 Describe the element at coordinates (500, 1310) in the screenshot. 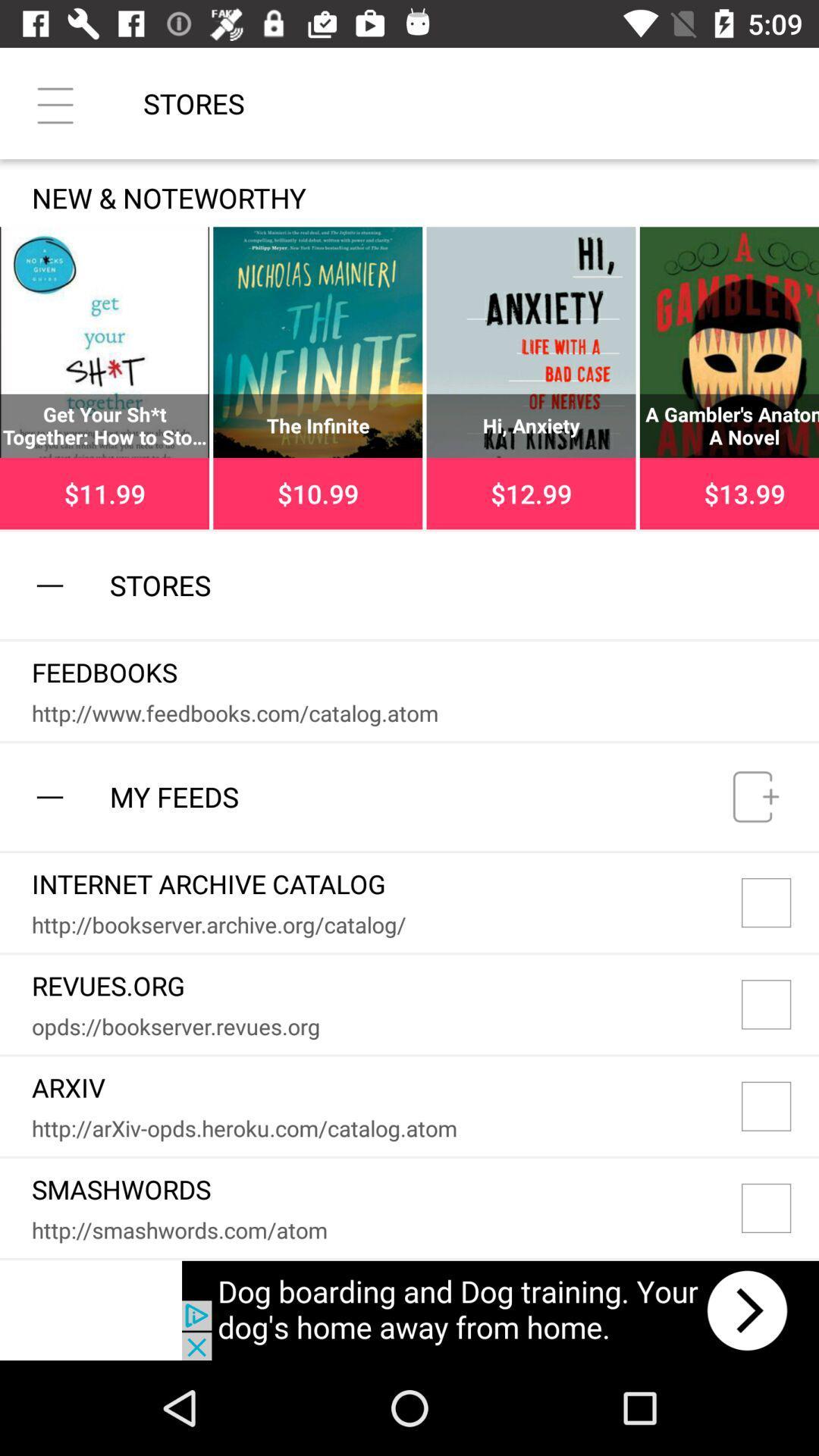

I see `advertisement` at that location.